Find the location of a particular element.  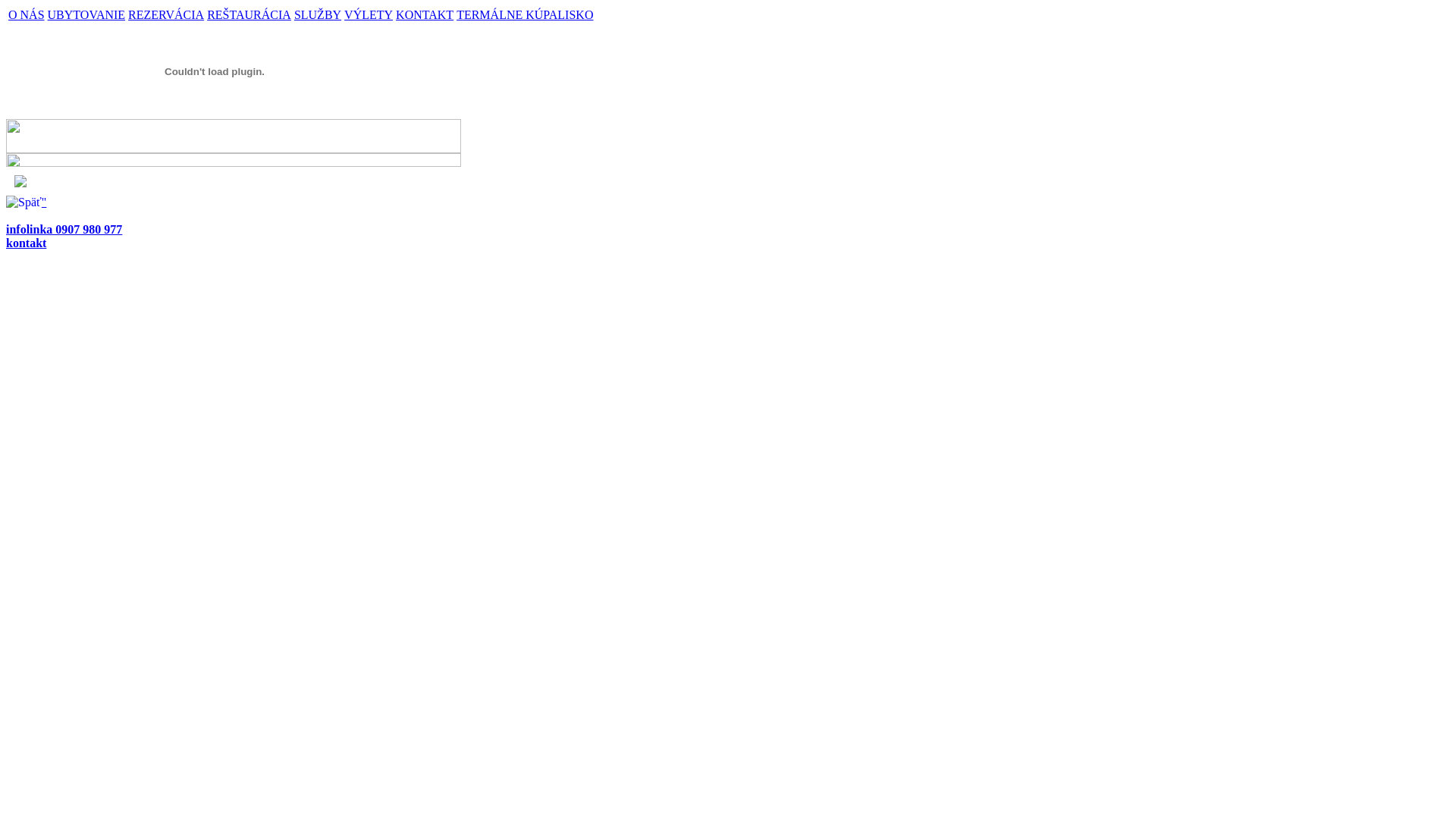

'infolinka 0907 980 977 is located at coordinates (63, 236).